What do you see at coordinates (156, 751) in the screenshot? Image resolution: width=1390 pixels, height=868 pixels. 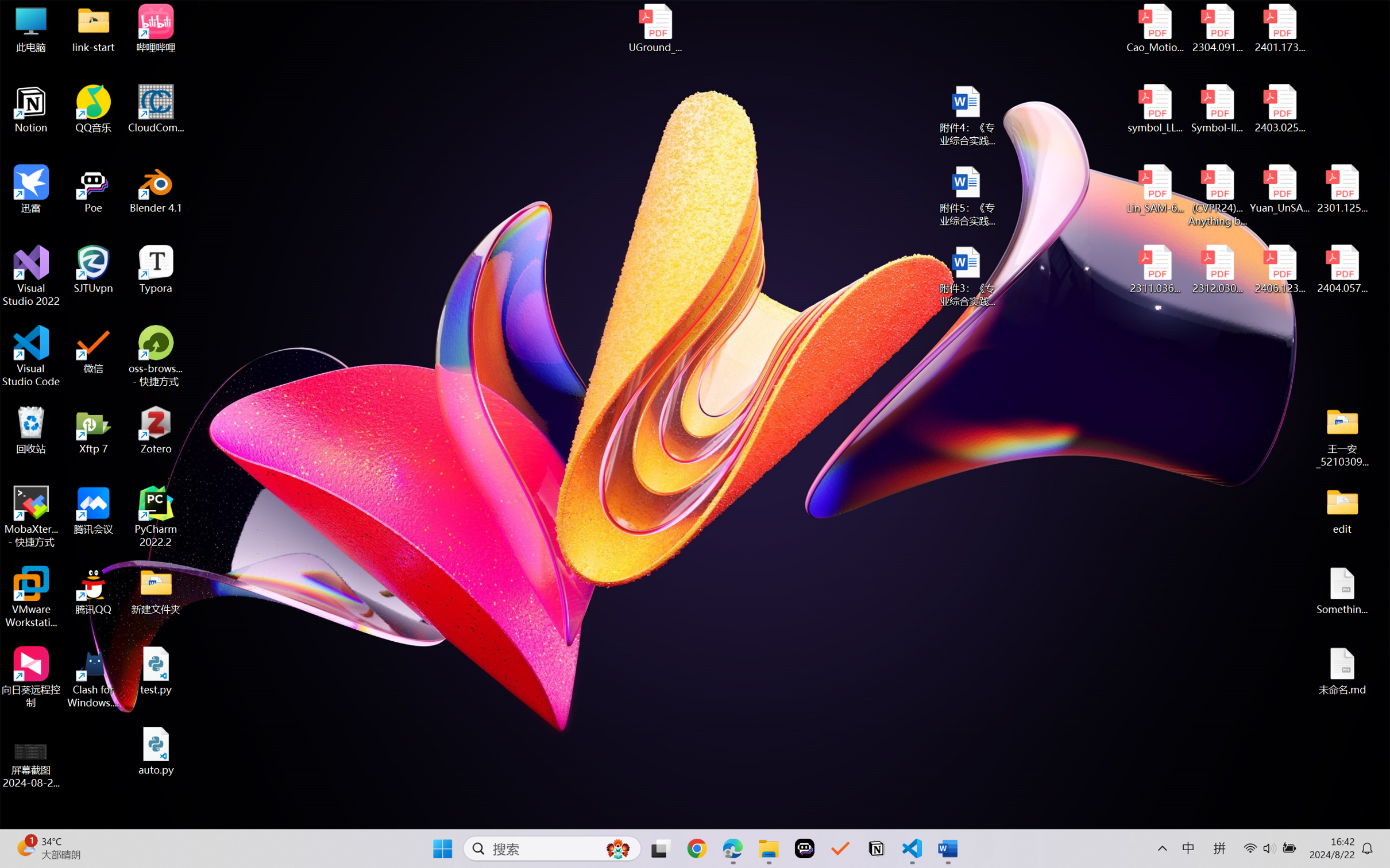 I see `'auto.py'` at bounding box center [156, 751].